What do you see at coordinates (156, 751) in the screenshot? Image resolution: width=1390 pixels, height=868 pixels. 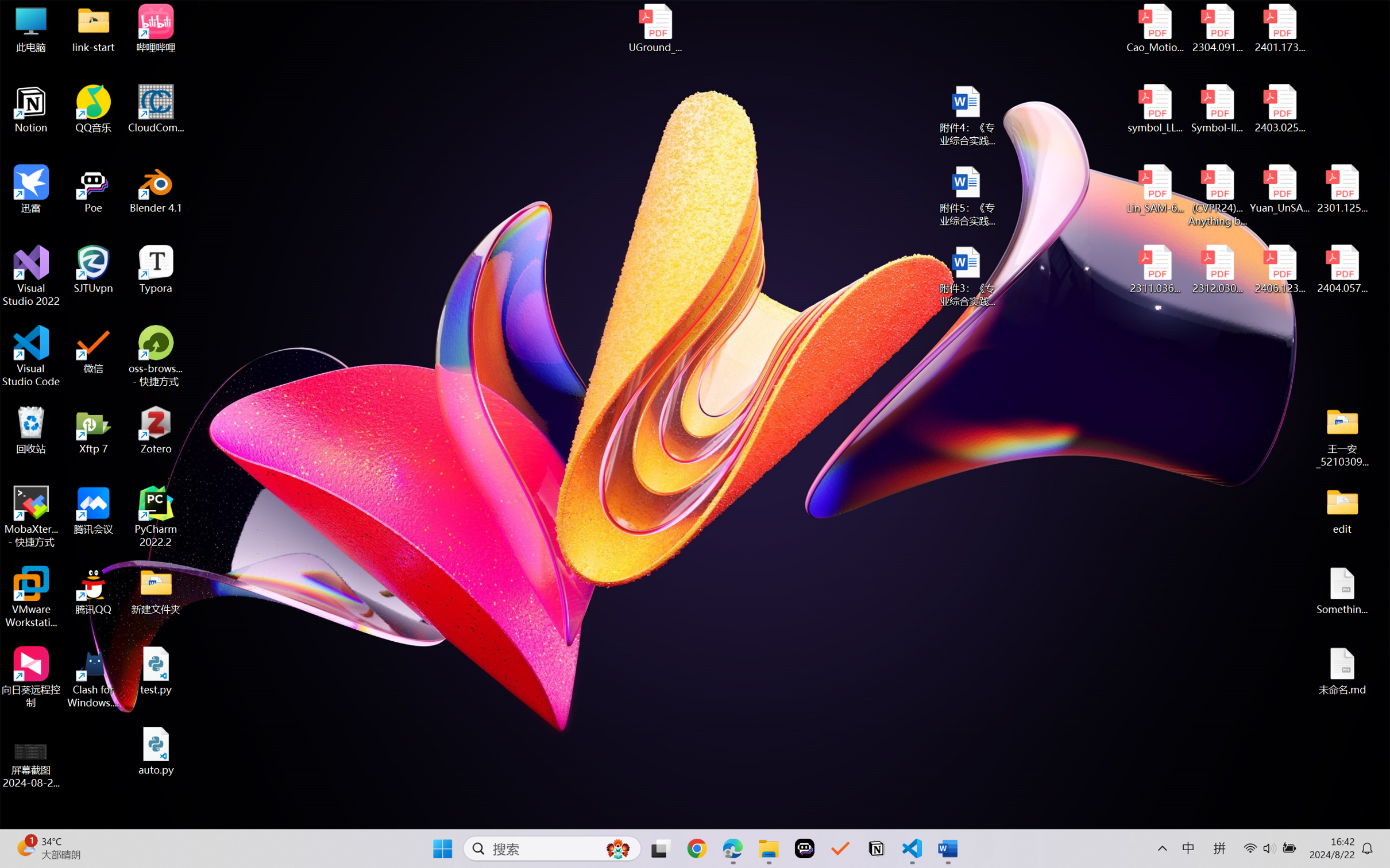 I see `'auto.py'` at bounding box center [156, 751].